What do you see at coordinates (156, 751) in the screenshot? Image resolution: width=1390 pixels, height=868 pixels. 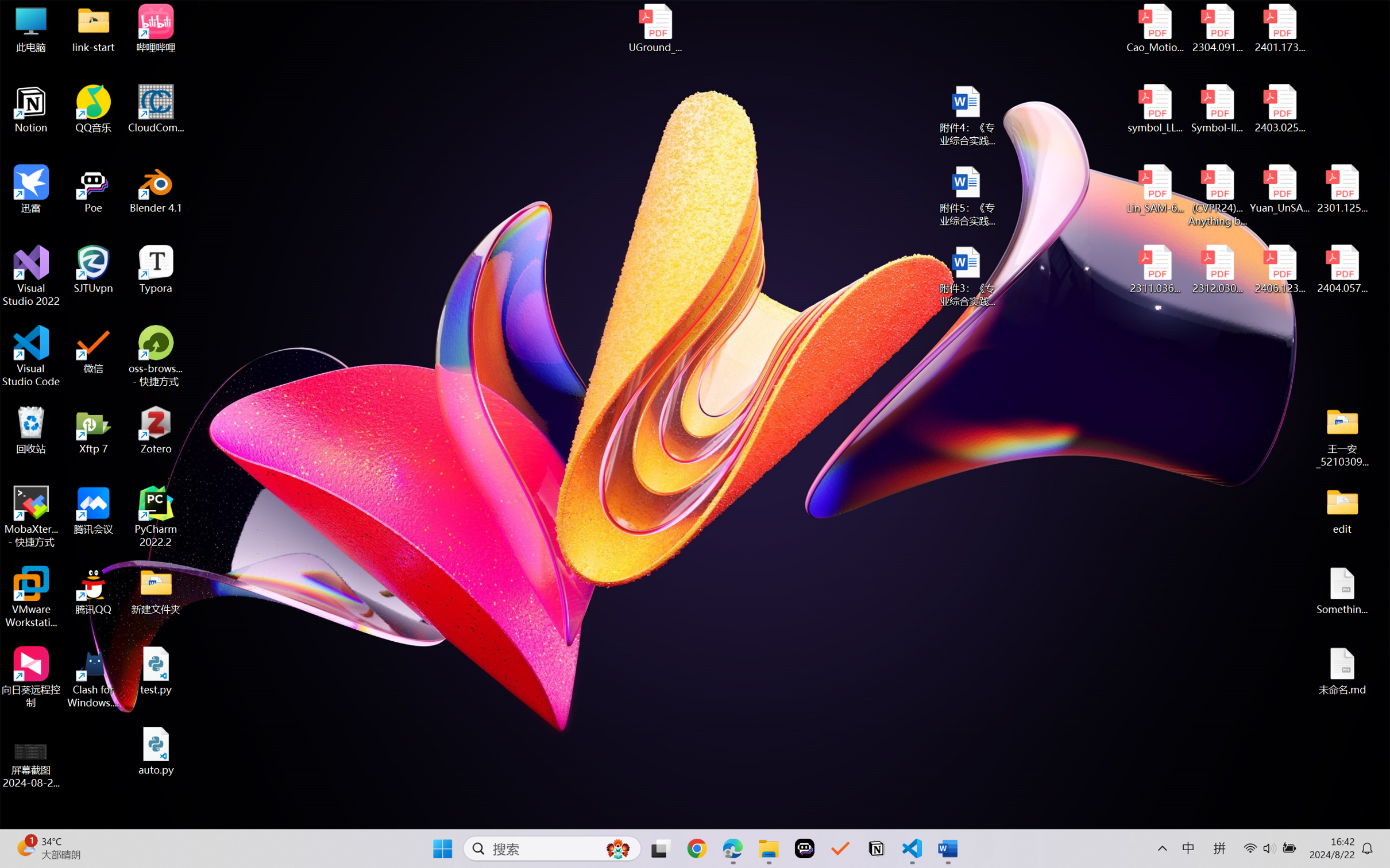 I see `'auto.py'` at bounding box center [156, 751].